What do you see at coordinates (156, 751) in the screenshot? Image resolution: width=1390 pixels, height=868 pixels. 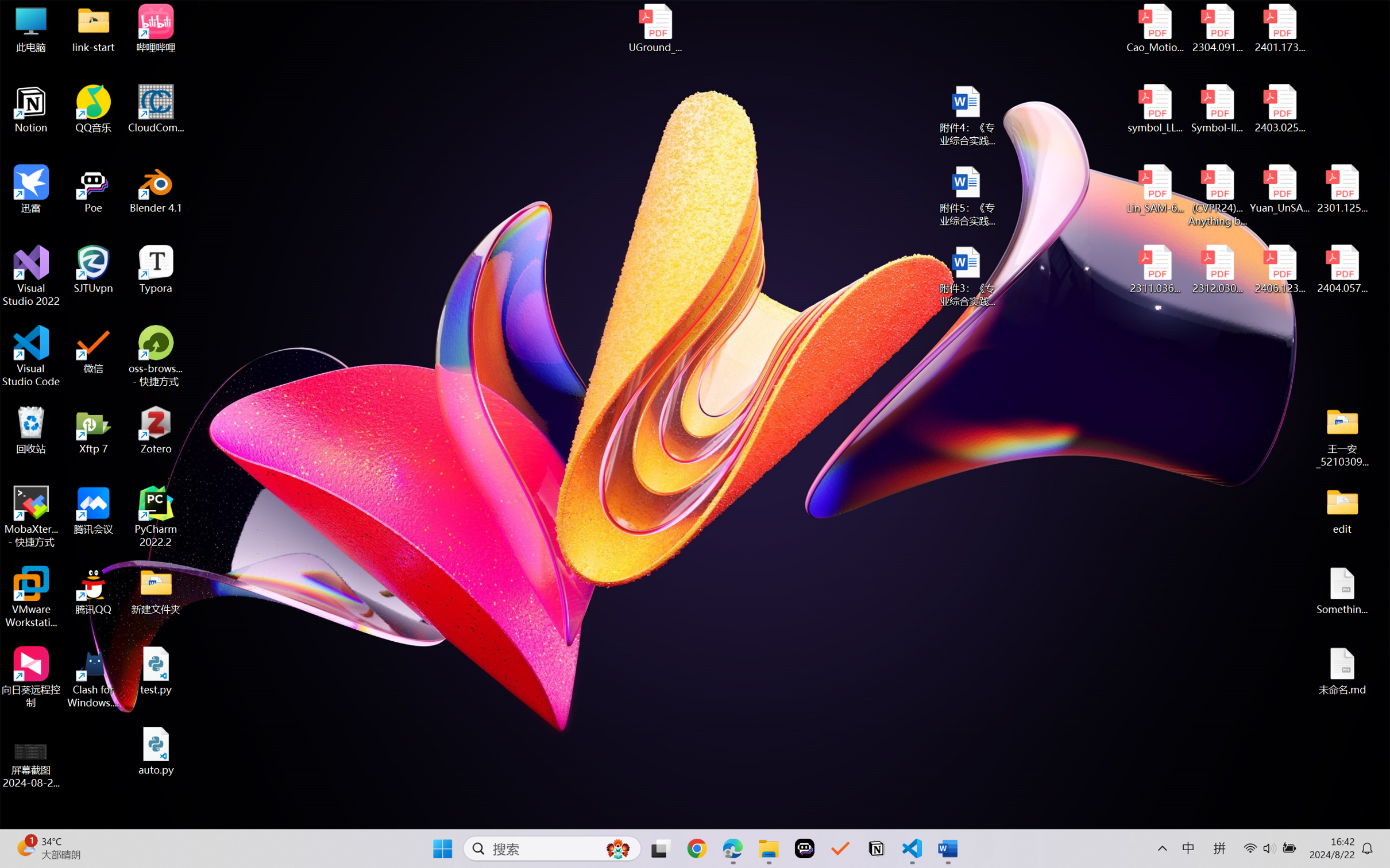 I see `'auto.py'` at bounding box center [156, 751].